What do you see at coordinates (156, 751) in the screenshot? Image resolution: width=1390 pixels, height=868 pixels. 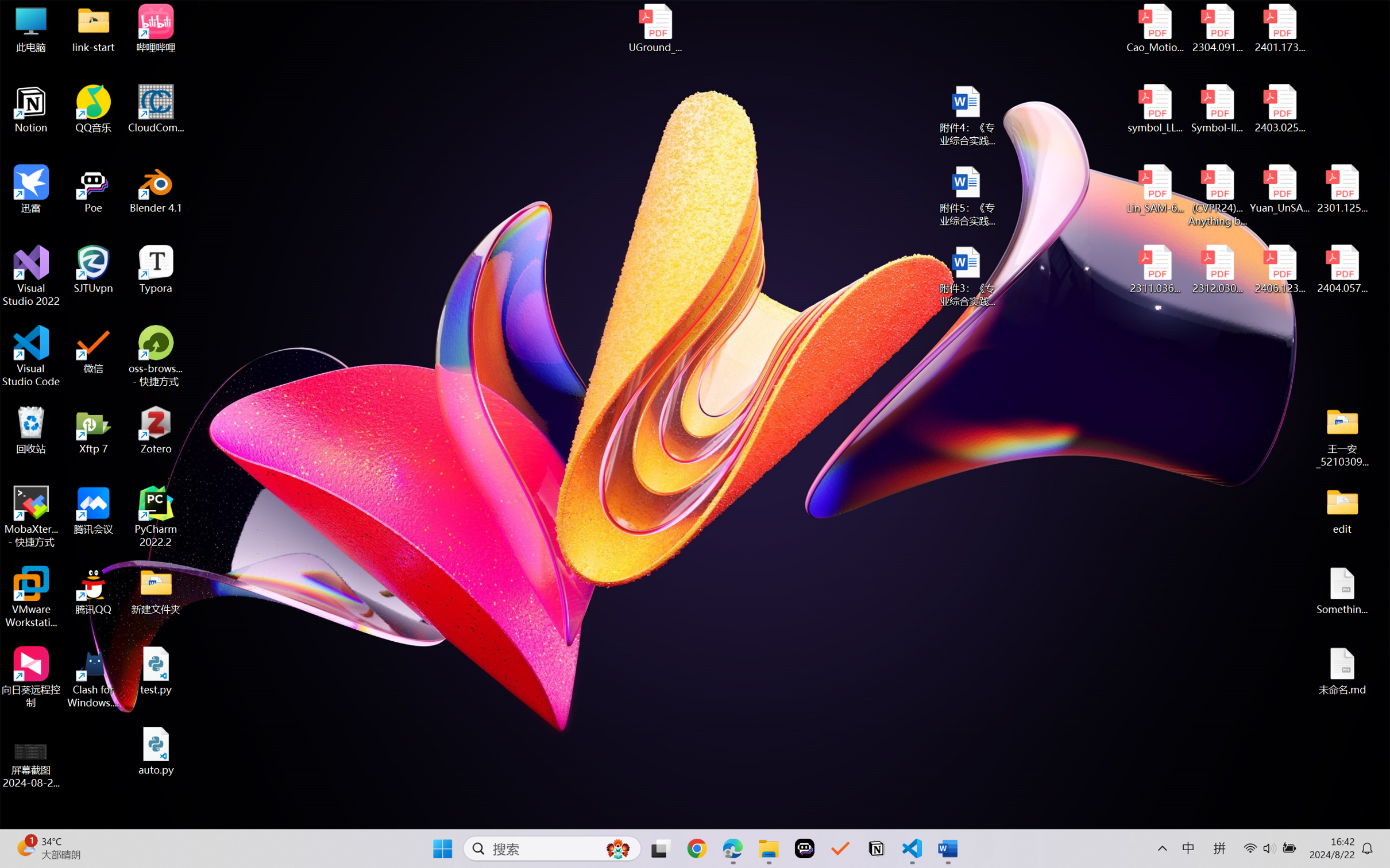 I see `'auto.py'` at bounding box center [156, 751].